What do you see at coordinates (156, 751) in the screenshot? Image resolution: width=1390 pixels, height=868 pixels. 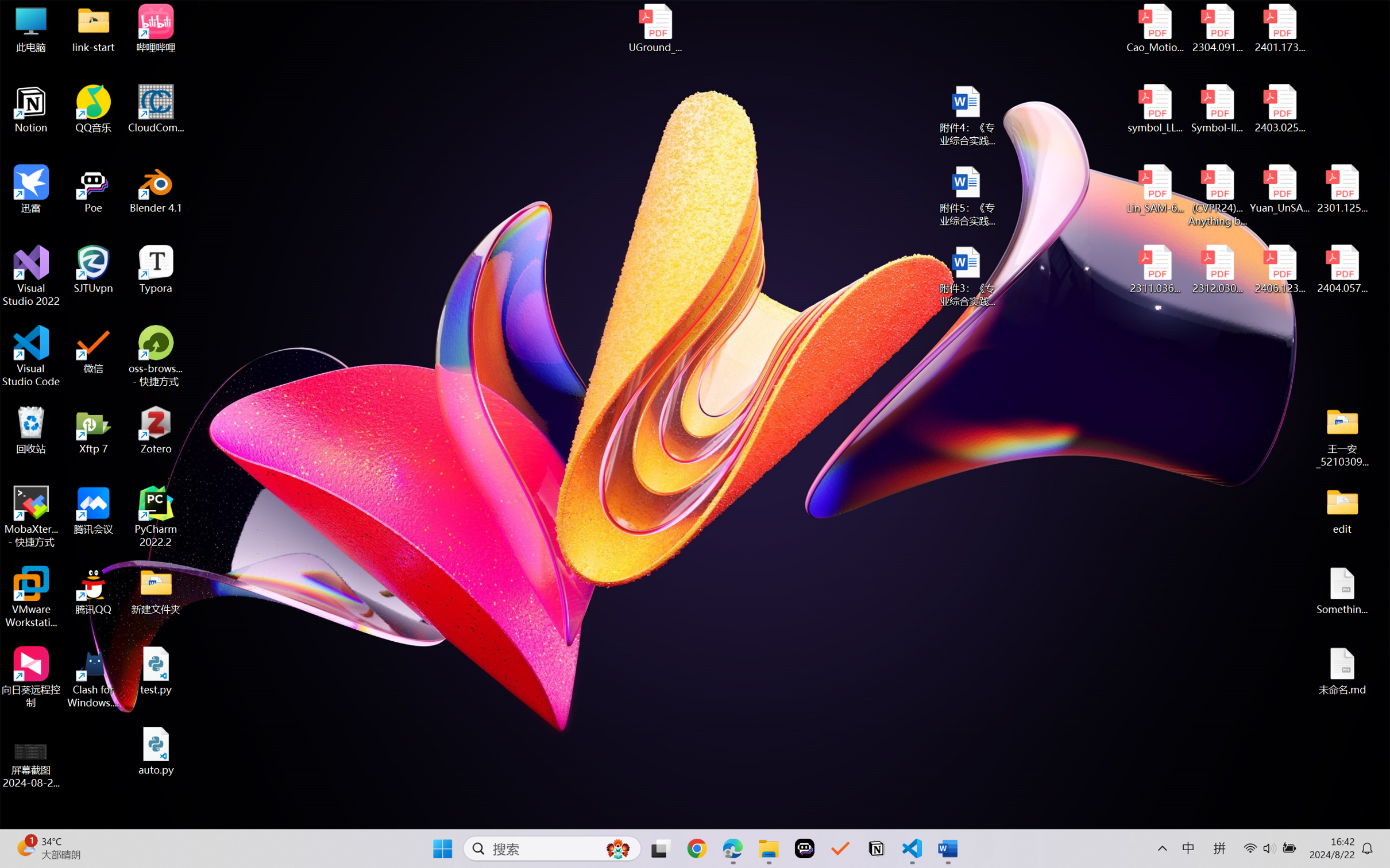 I see `'auto.py'` at bounding box center [156, 751].